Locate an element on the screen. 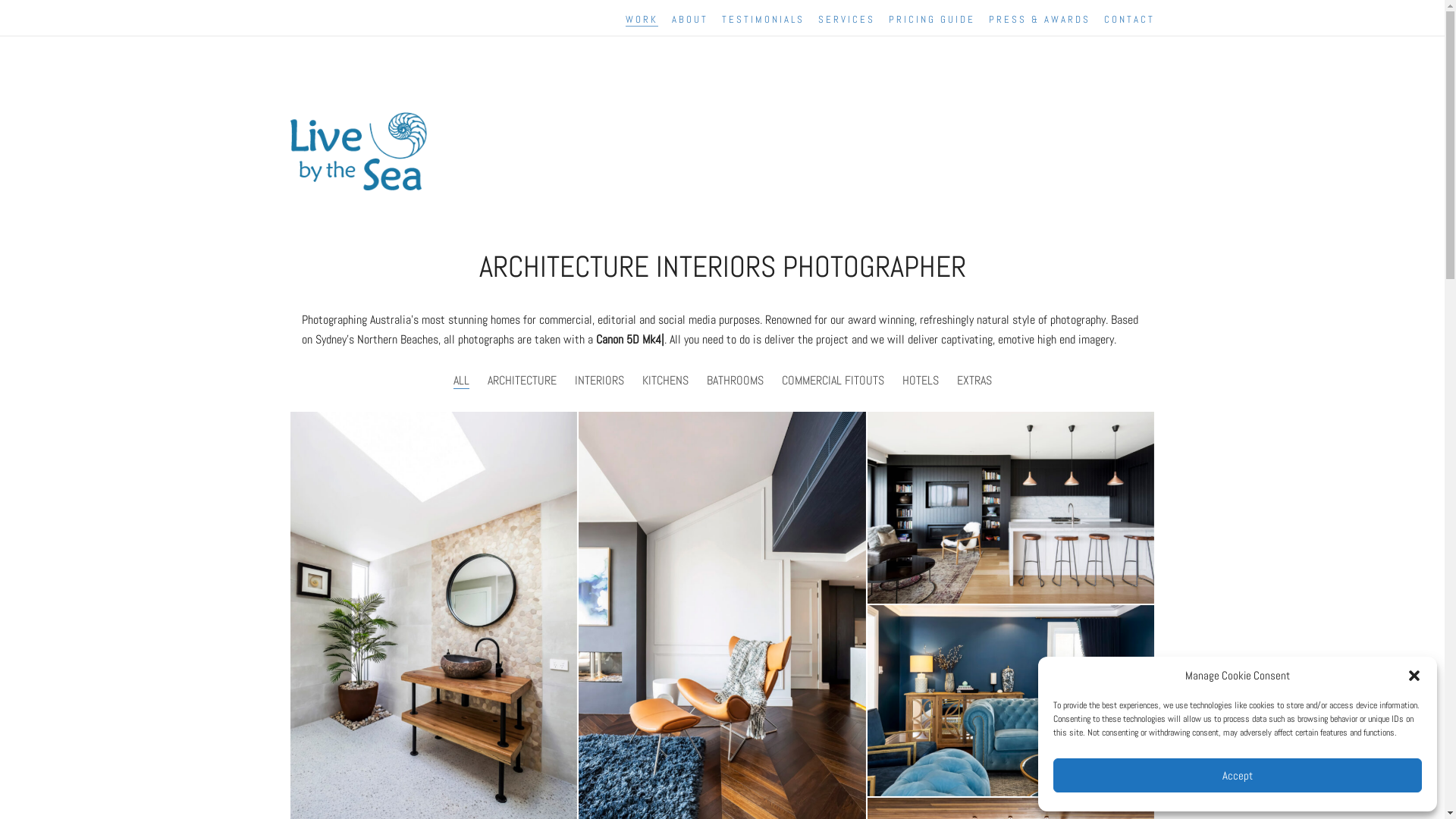 Image resolution: width=1456 pixels, height=819 pixels. 'ALL' is located at coordinates (460, 379).